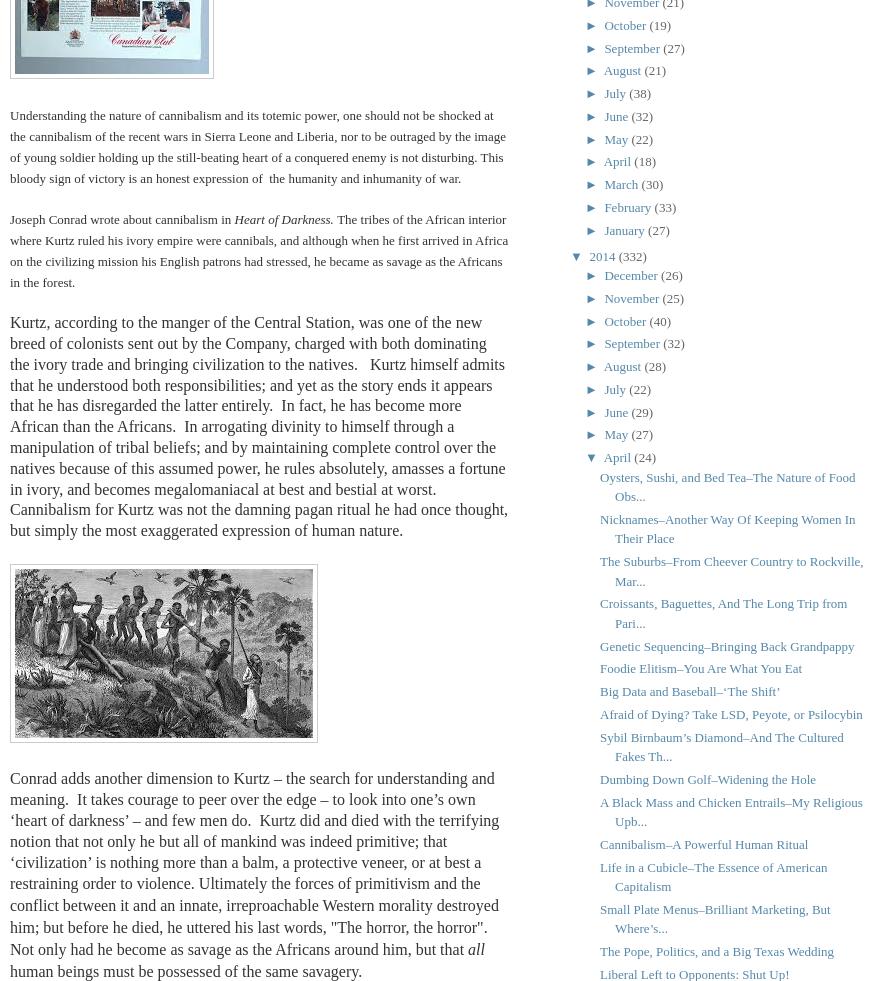 Image resolution: width=880 pixels, height=981 pixels. What do you see at coordinates (717, 951) in the screenshot?
I see `'The Pope, Politics, and a Big Texas Wedding'` at bounding box center [717, 951].